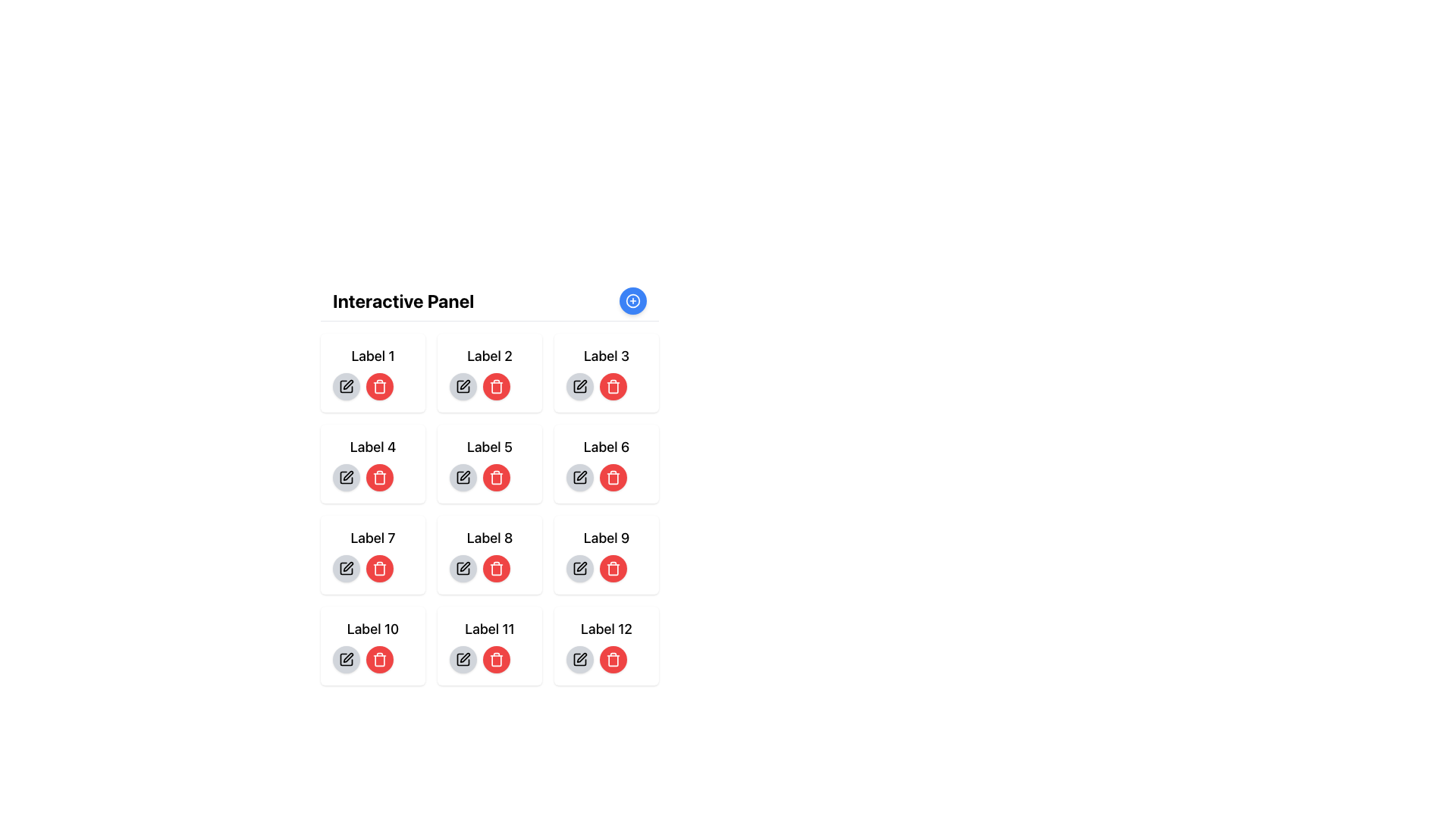 Image resolution: width=1456 pixels, height=819 pixels. What do you see at coordinates (372, 373) in the screenshot?
I see `the delete button on the first interactive card located in the top-left corner of the grid layout under the heading 'Interactive Panel.'` at bounding box center [372, 373].